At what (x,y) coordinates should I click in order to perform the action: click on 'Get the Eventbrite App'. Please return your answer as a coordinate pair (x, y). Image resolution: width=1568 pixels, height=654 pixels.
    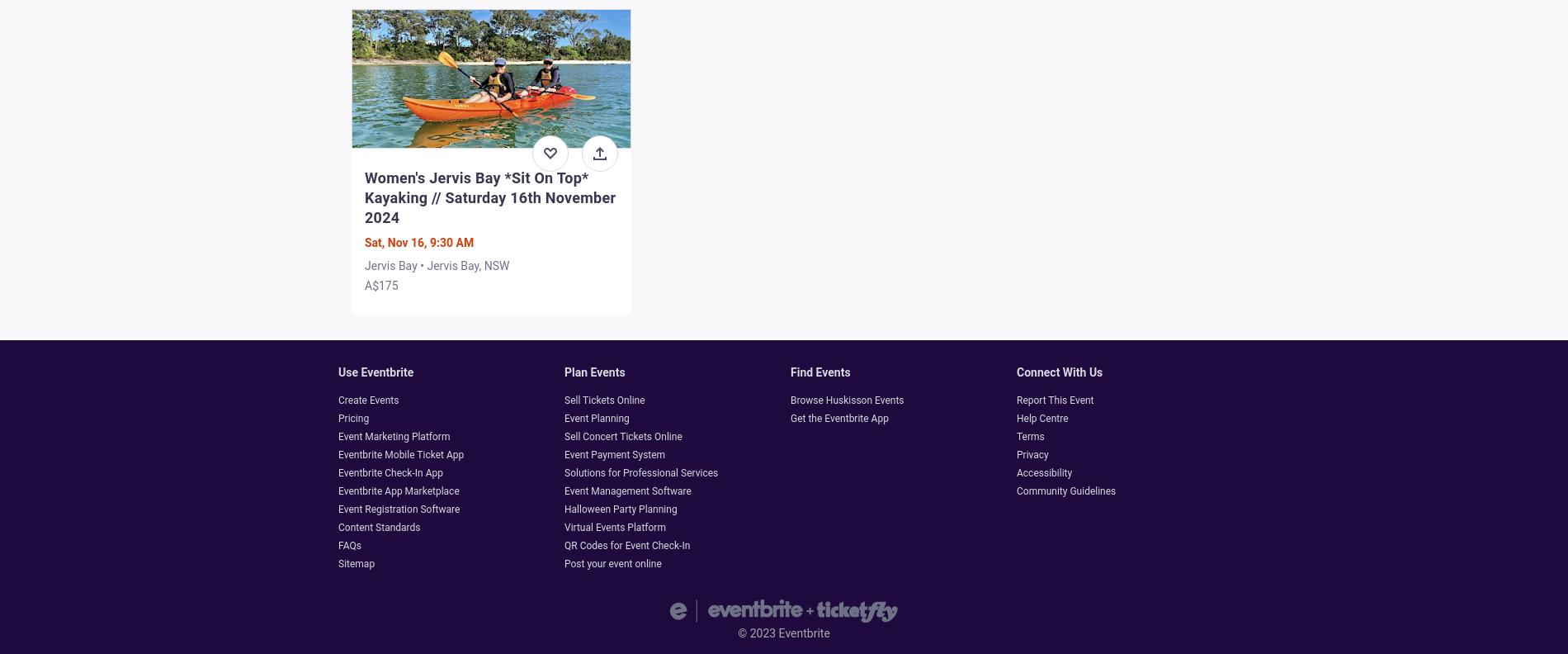
    Looking at the image, I should click on (839, 418).